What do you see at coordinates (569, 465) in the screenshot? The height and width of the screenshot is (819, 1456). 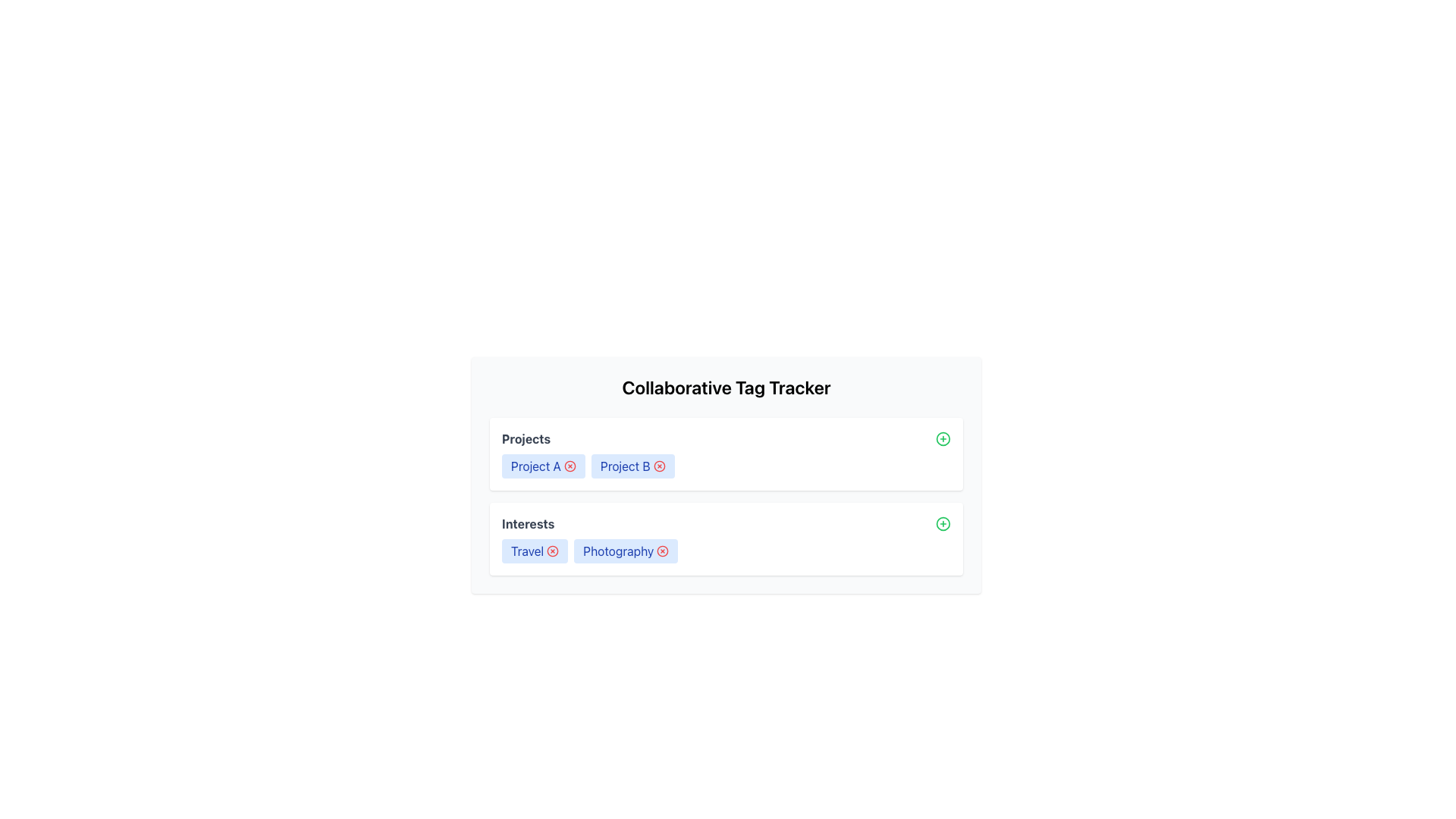 I see `the close icon button` at bounding box center [569, 465].